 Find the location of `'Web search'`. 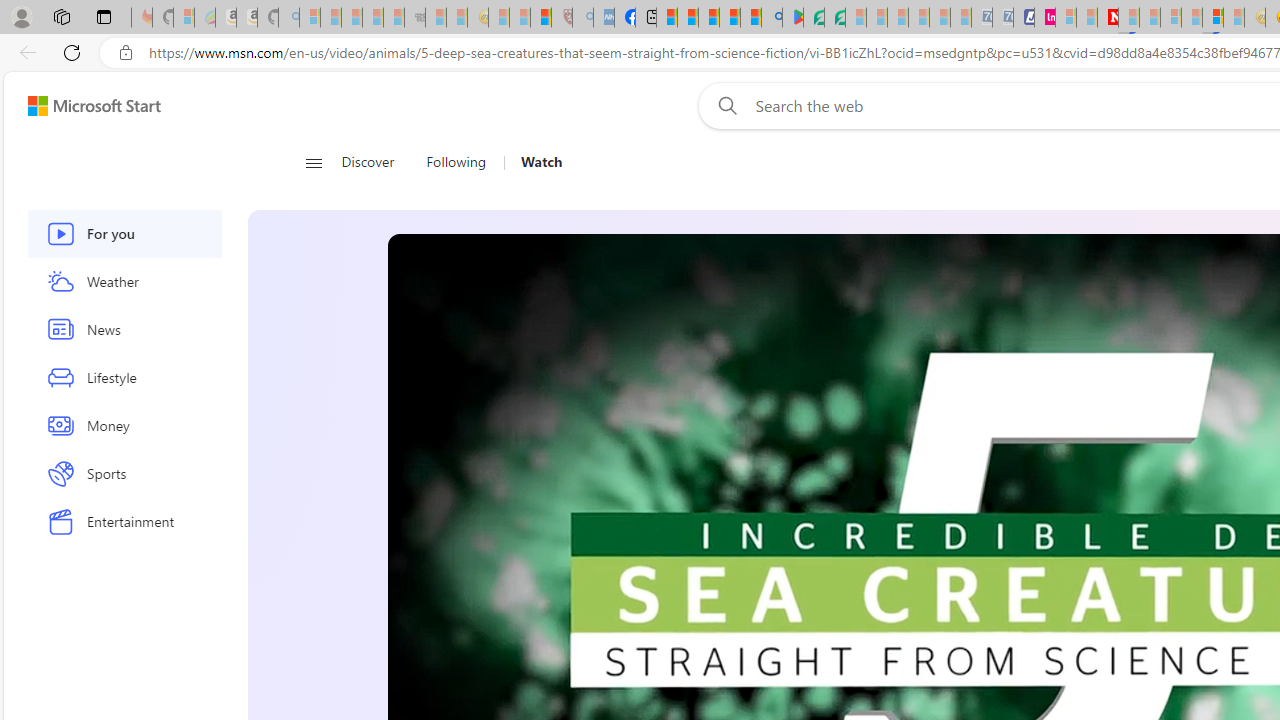

'Web search' is located at coordinates (723, 105).